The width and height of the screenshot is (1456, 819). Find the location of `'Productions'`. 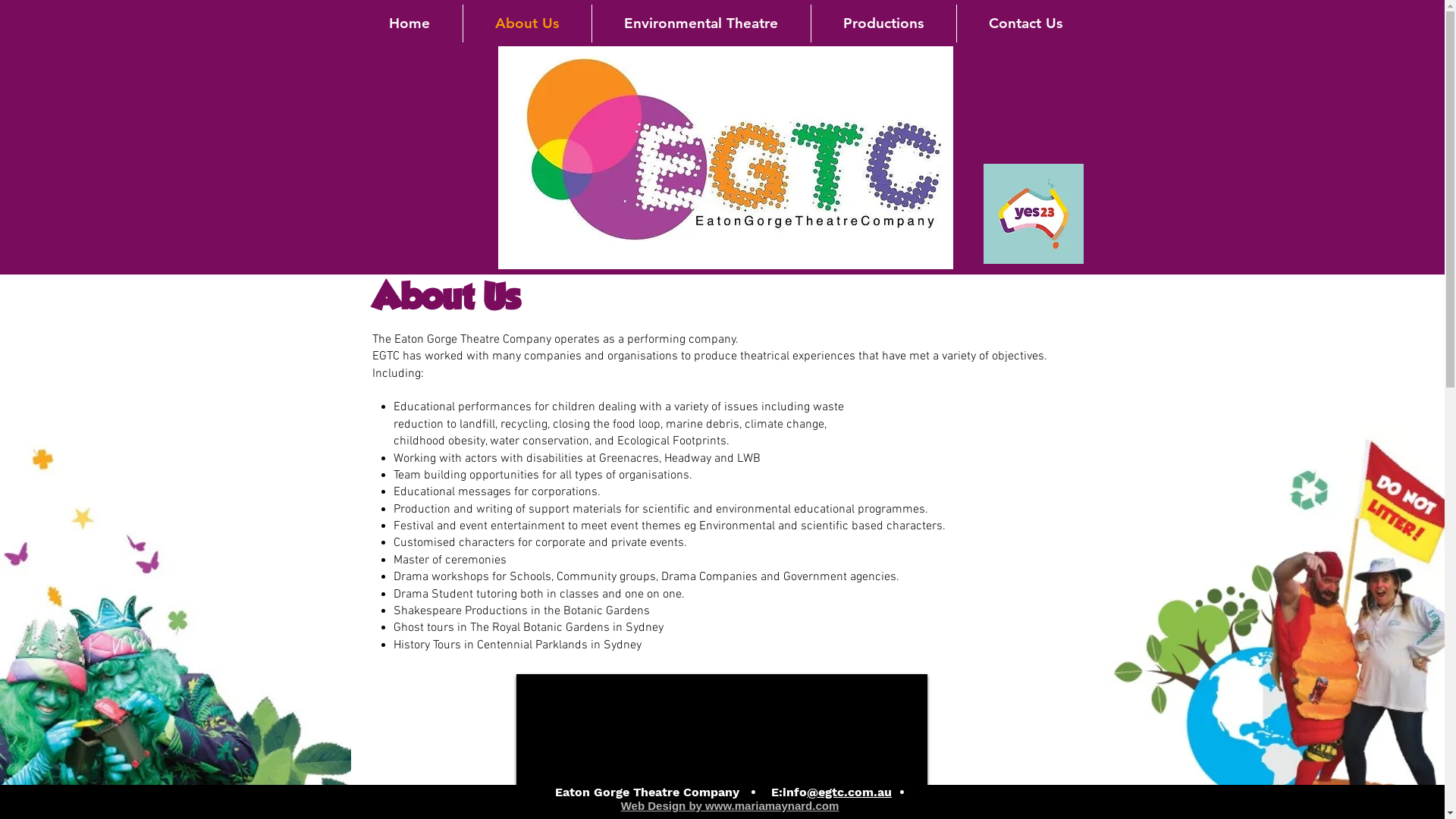

'Productions' is located at coordinates (811, 23).